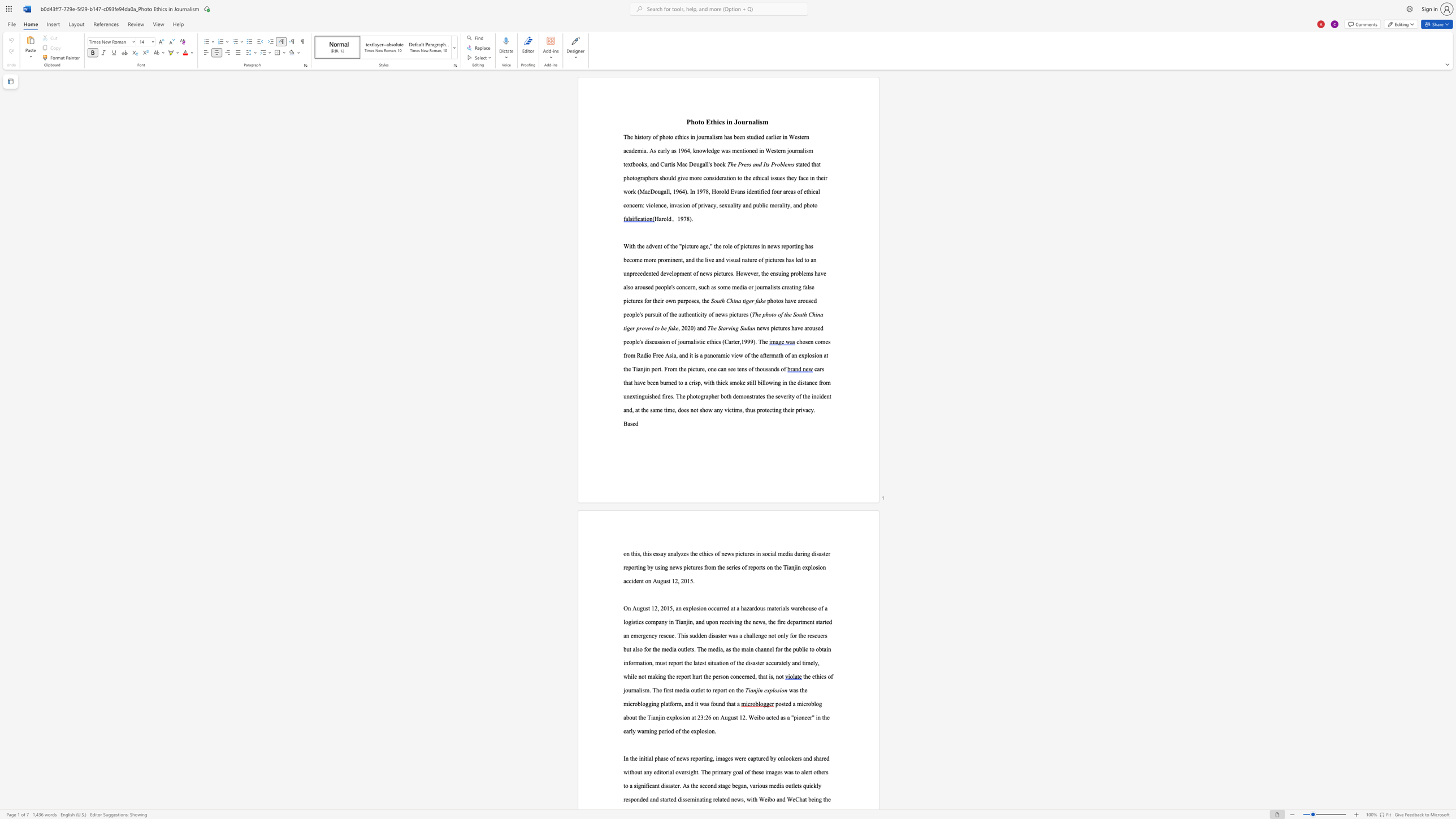  What do you see at coordinates (661, 219) in the screenshot?
I see `the subset text "ro" within the text "Harold，1978)."` at bounding box center [661, 219].